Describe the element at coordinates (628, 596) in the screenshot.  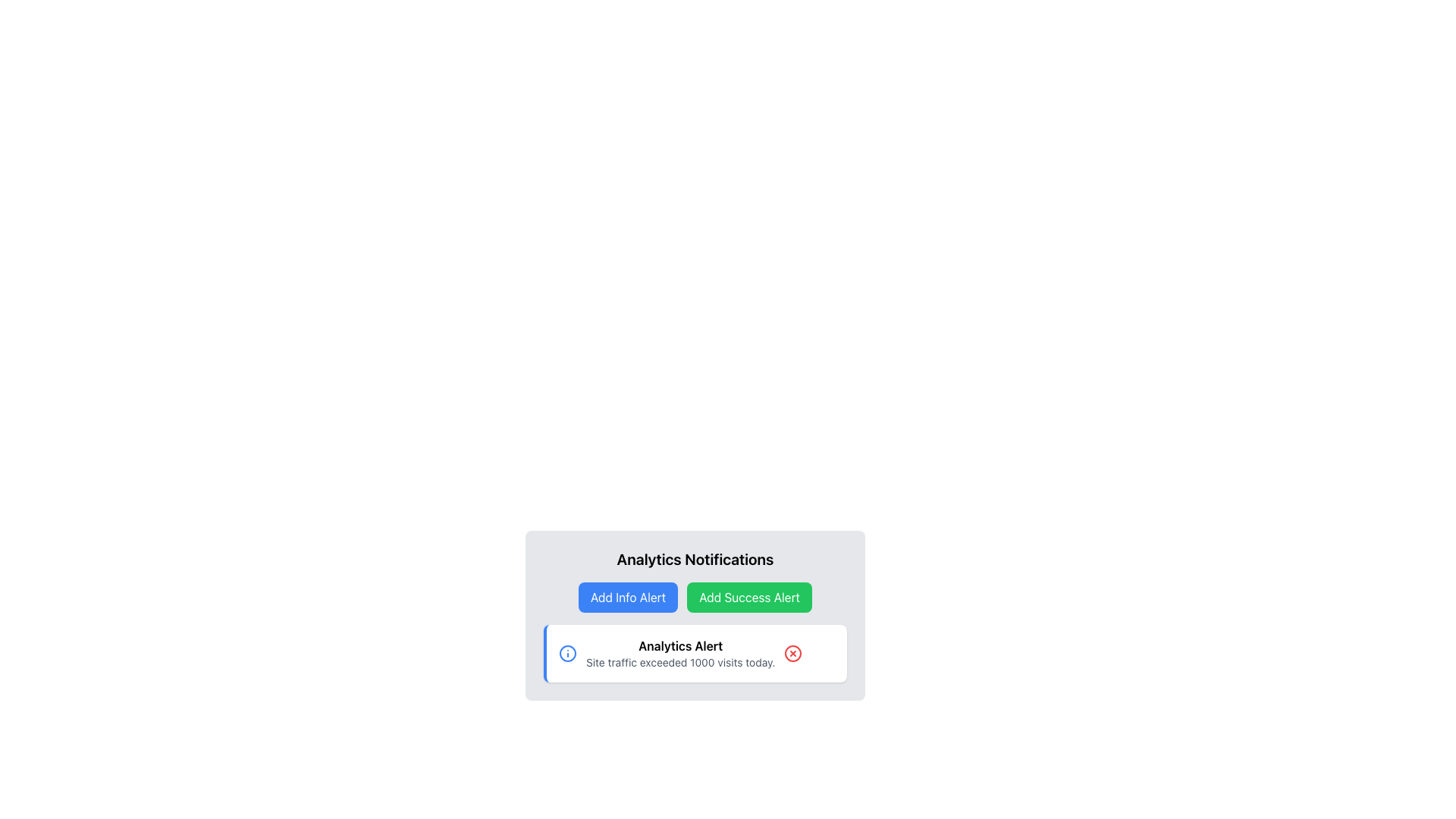
I see `the leftmost button in the horizontal layout under the heading 'Analytics Notifications'` at that location.